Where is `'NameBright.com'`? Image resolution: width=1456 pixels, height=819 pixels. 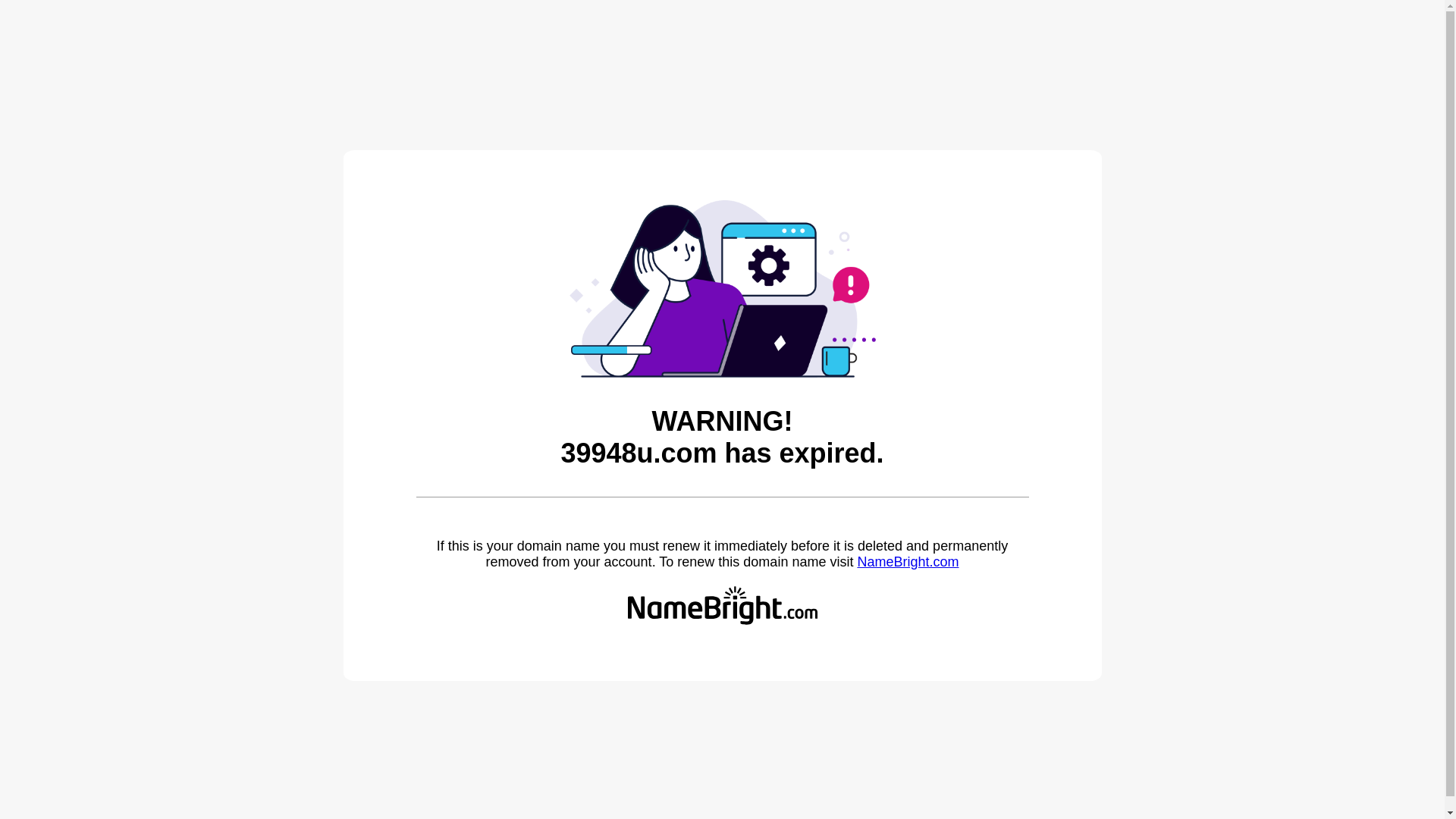
'NameBright.com' is located at coordinates (907, 561).